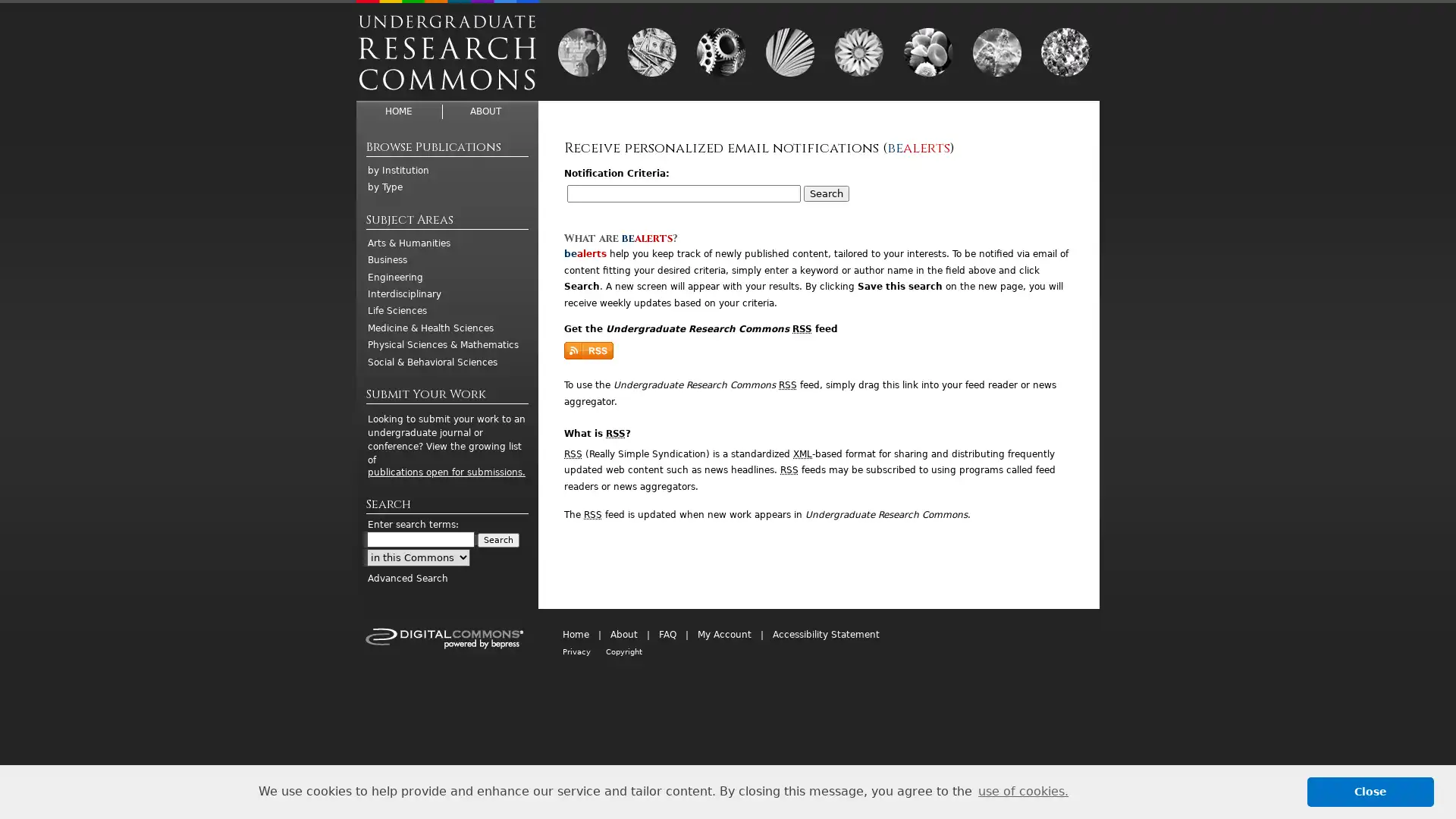 The image size is (1456, 819). I want to click on Search, so click(825, 193).